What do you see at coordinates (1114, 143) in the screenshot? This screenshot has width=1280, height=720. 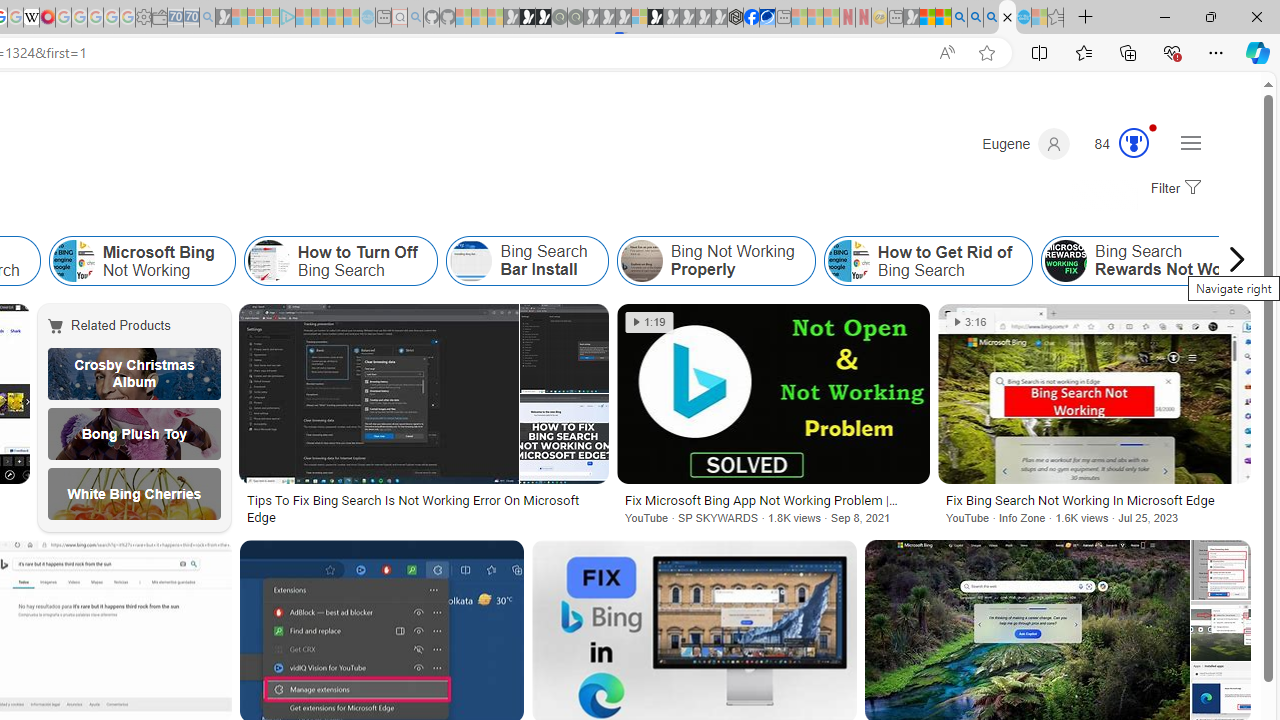 I see `'Microsoft Rewards 84'` at bounding box center [1114, 143].